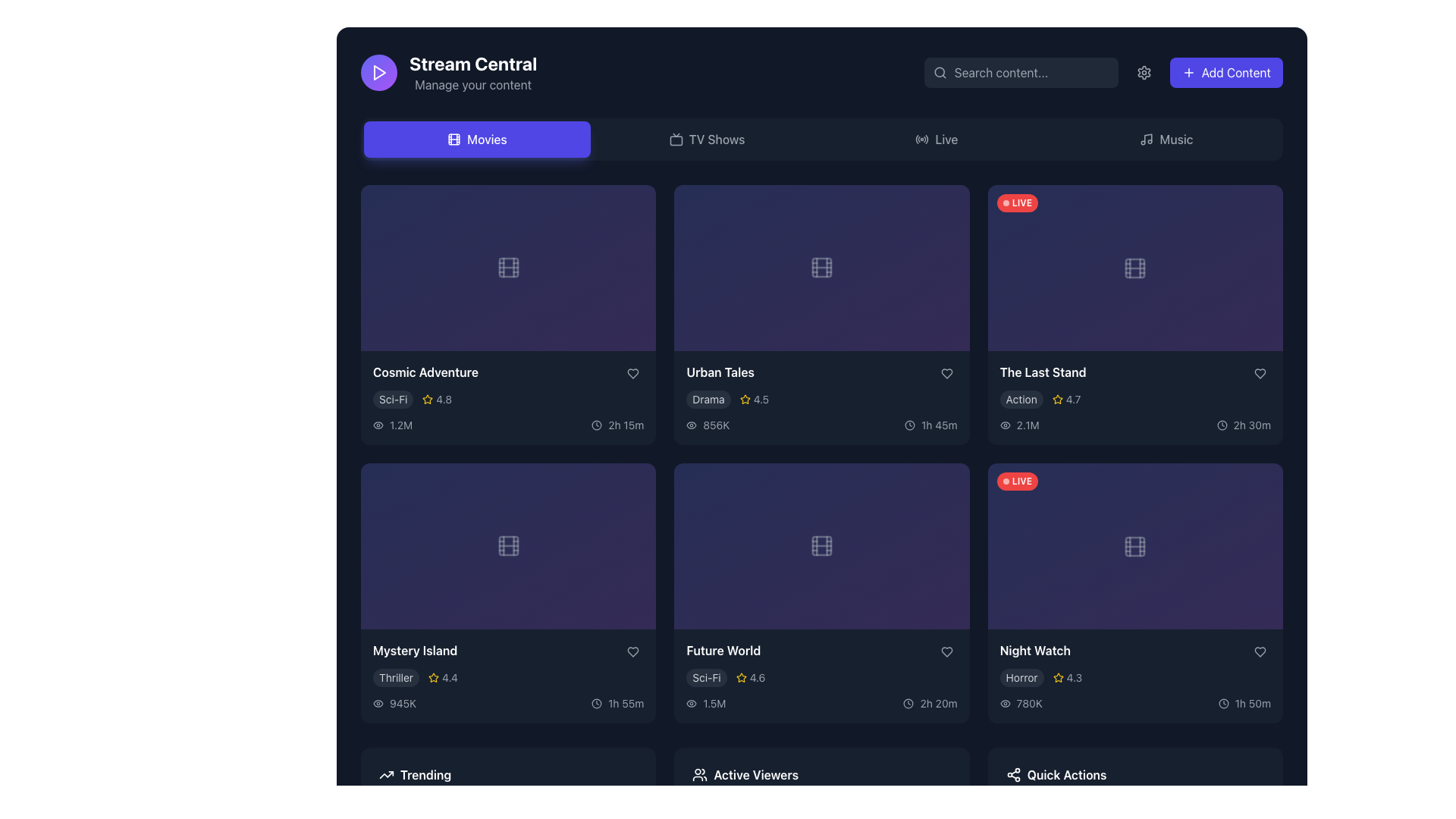  I want to click on the heart icon located at the bottom-right corner of the 'Night Watch' movie card, so click(1260, 651).